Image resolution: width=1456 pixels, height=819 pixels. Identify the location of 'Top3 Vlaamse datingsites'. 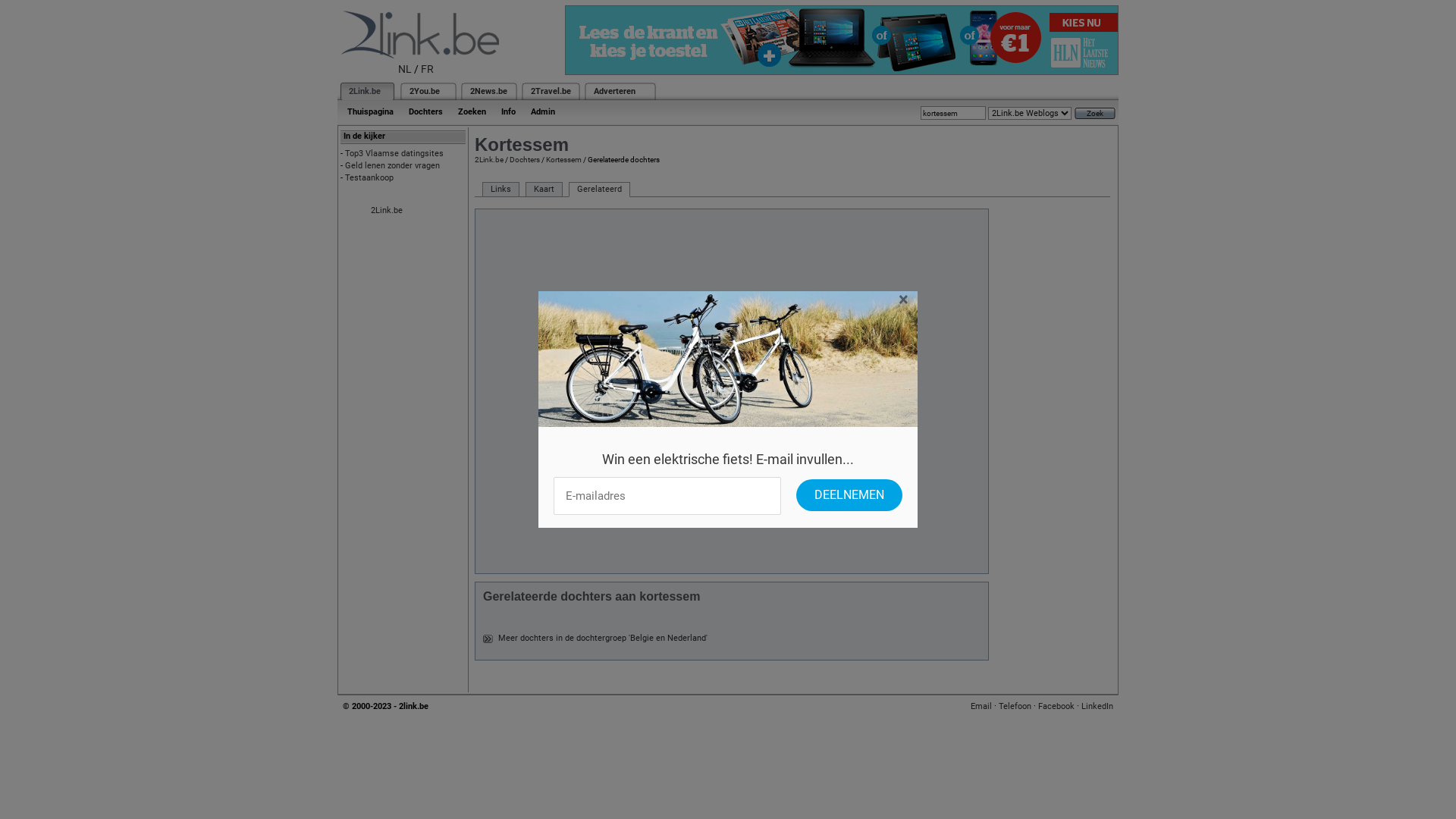
(394, 153).